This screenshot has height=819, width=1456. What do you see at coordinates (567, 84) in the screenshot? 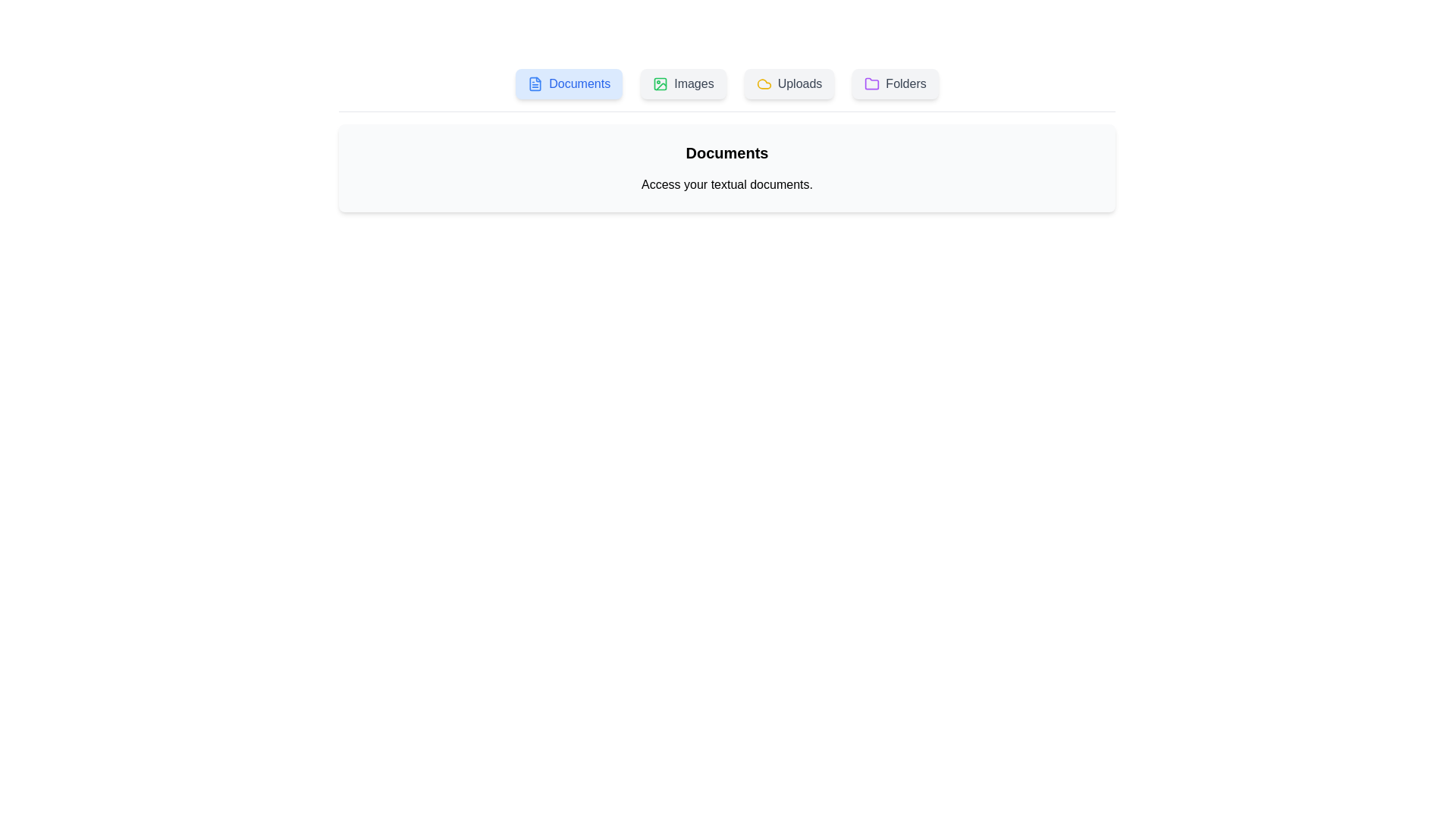
I see `the 'Documents' tab to view its content` at bounding box center [567, 84].